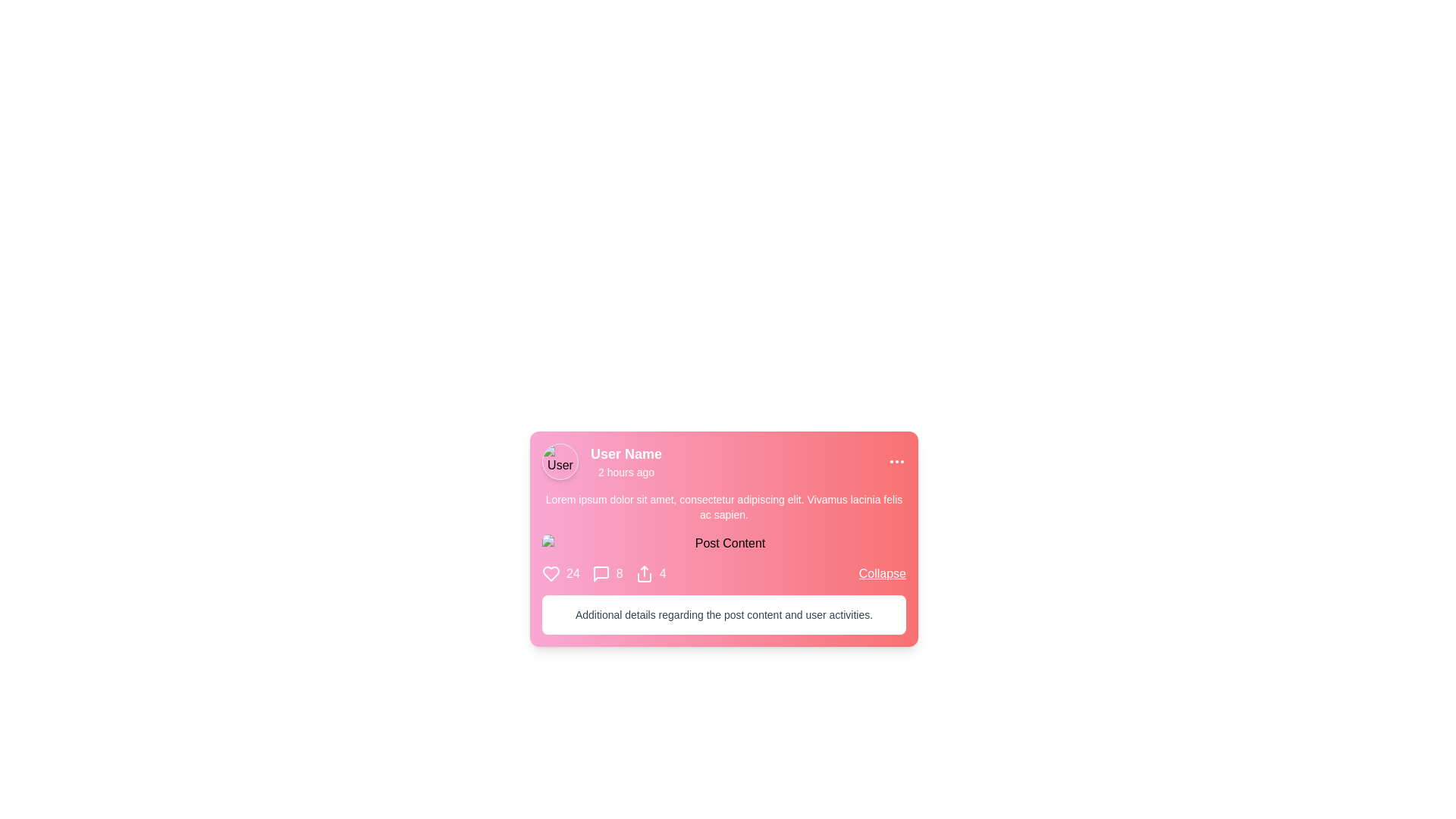  Describe the element at coordinates (626, 453) in the screenshot. I see `the 'User Name' text label, which is displayed in bold white font against a pink gradient background, positioned at the top-left of a card layout, above the '2 hours ago' text` at that location.